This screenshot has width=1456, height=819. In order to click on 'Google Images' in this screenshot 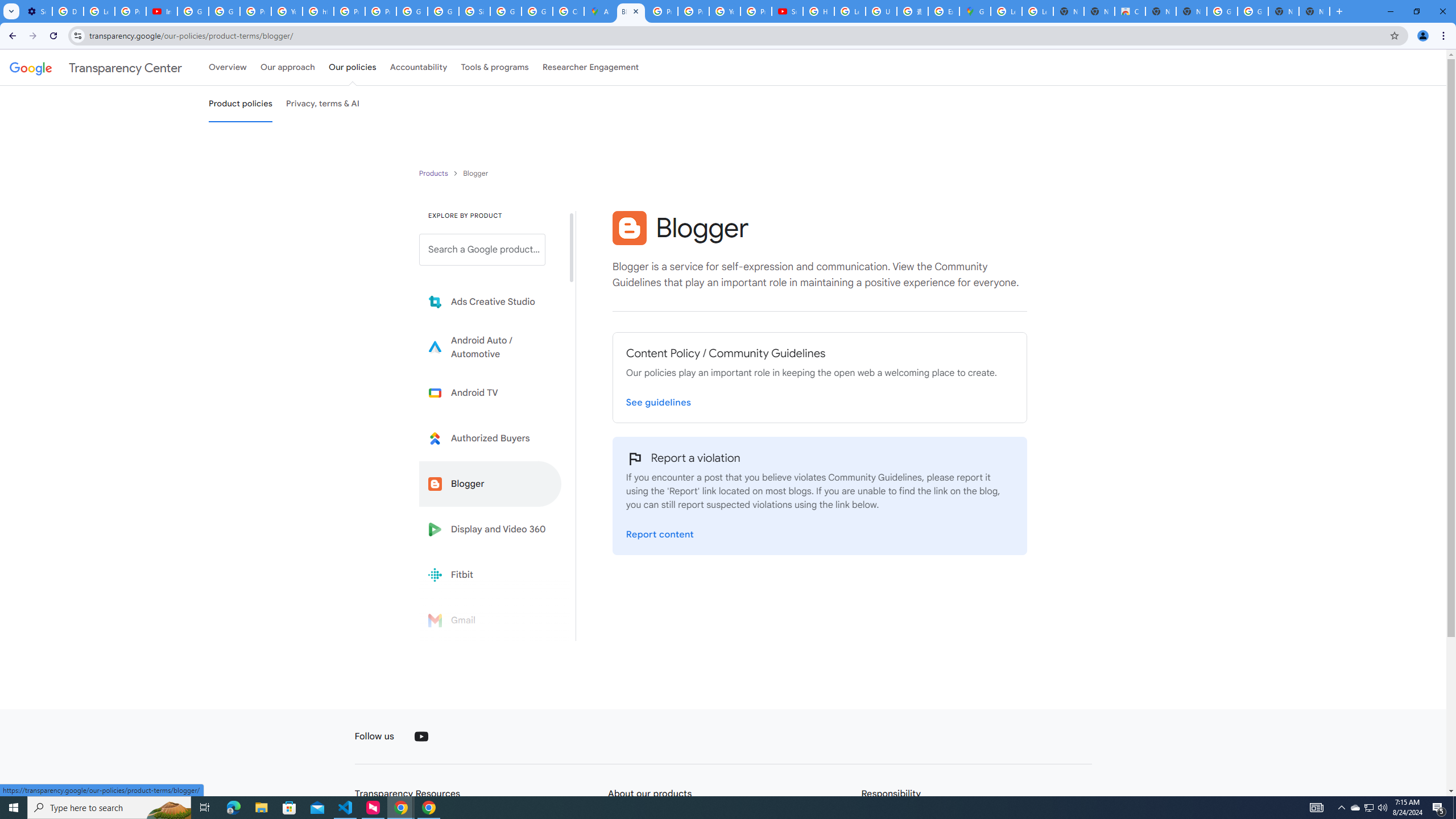, I will do `click(1222, 11)`.